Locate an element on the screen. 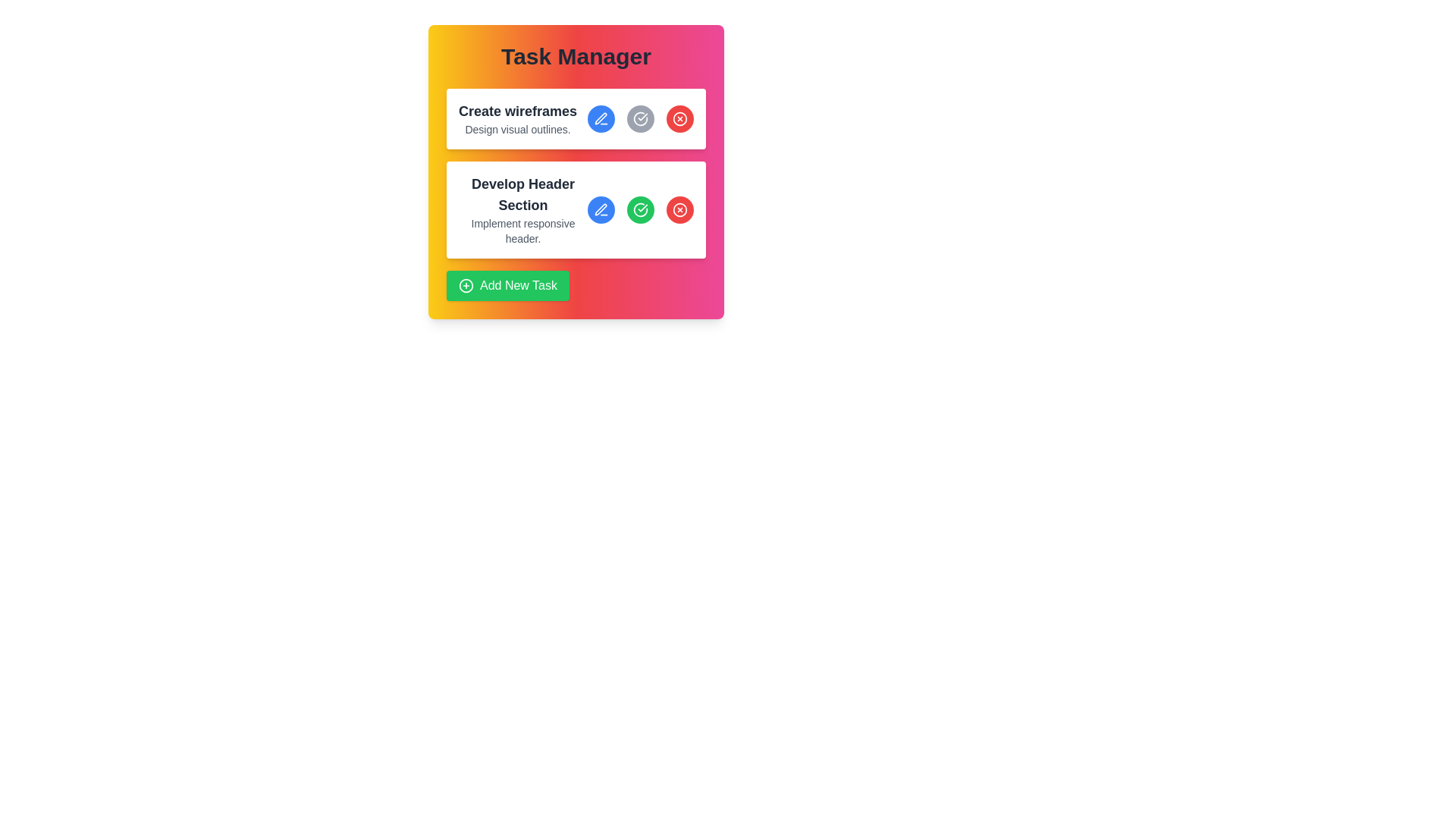 This screenshot has height=819, width=1456. delete icon located within the rightmost red circular button of the 'Develop Header Section' task row to view its properties is located at coordinates (679, 210).